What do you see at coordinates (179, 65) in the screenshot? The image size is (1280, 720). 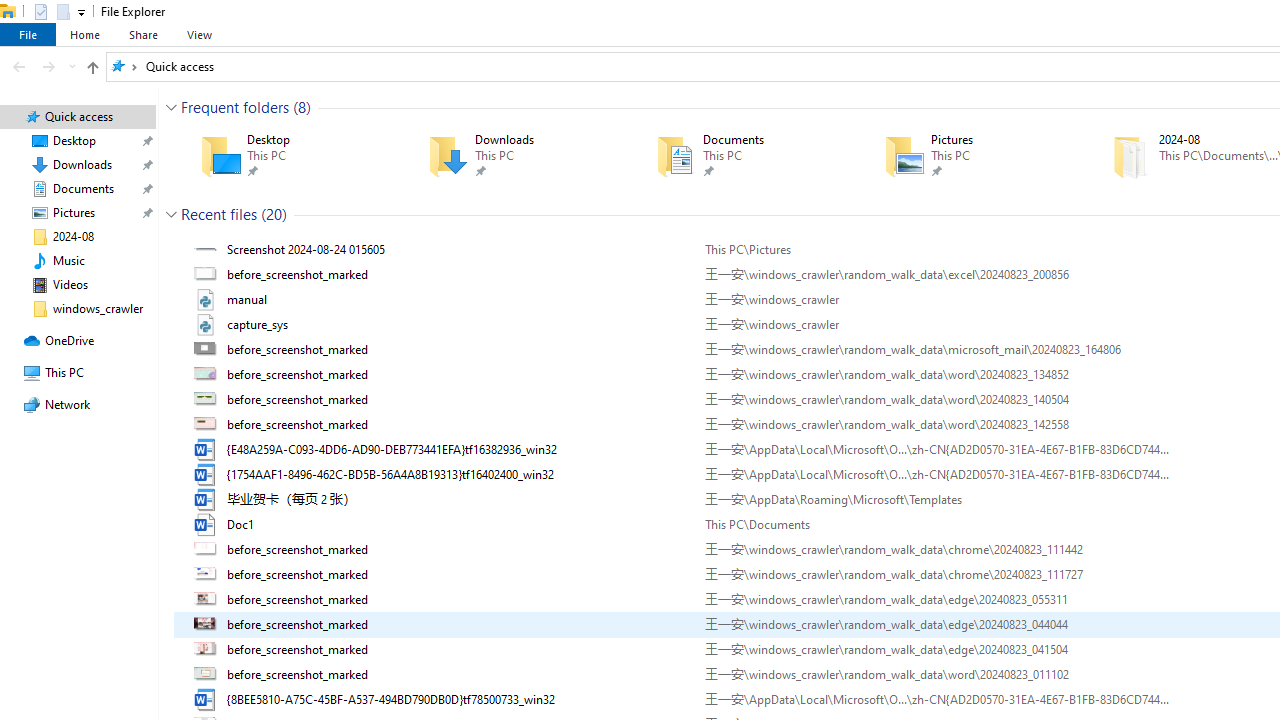 I see `'Quick access'` at bounding box center [179, 65].